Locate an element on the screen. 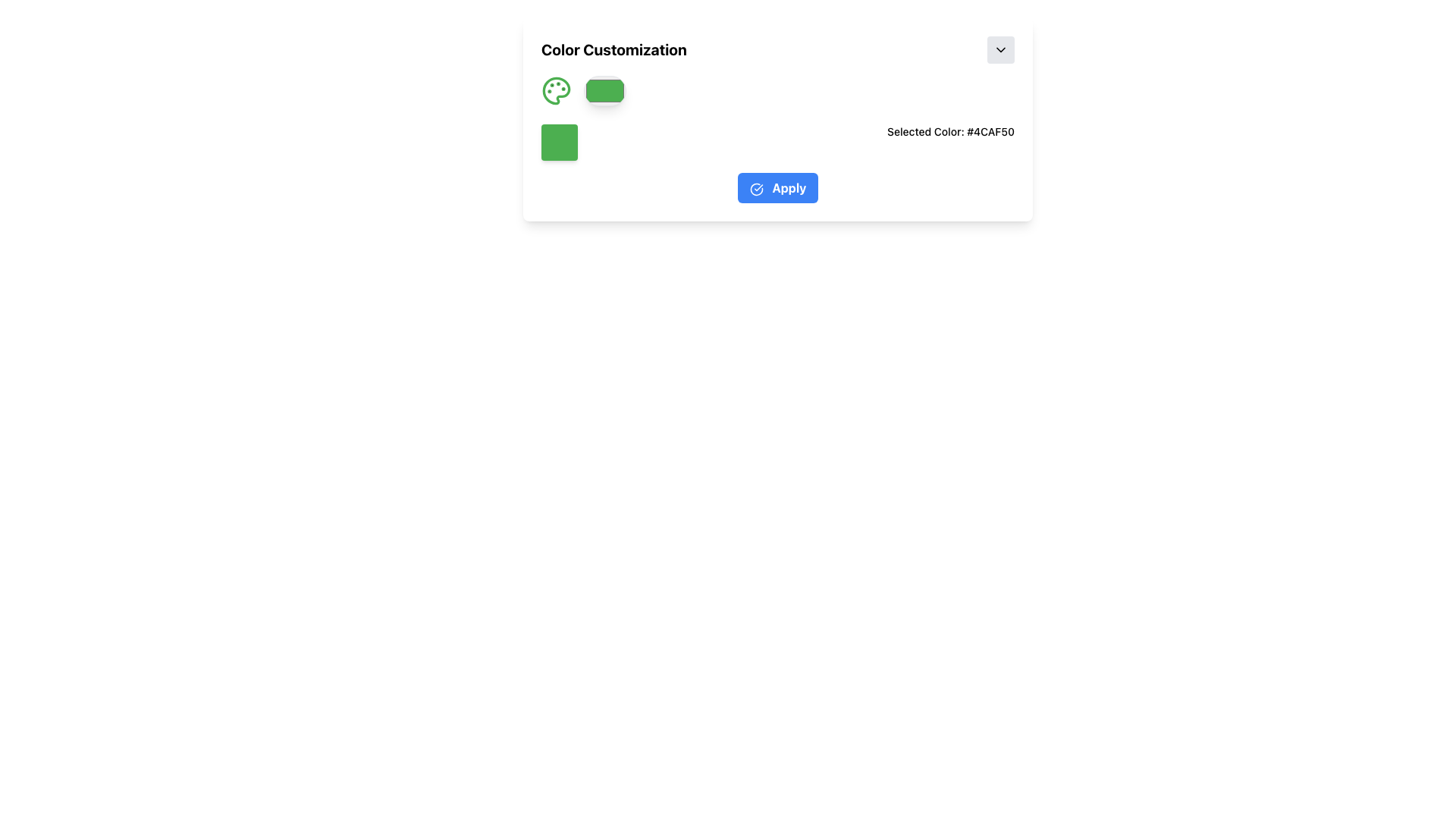 This screenshot has height=819, width=1456. the downward-pointing arrow icon located in the upper-right corner of the Color Customization panel, which expands or displays additional options related to color customization is located at coordinates (1001, 49).